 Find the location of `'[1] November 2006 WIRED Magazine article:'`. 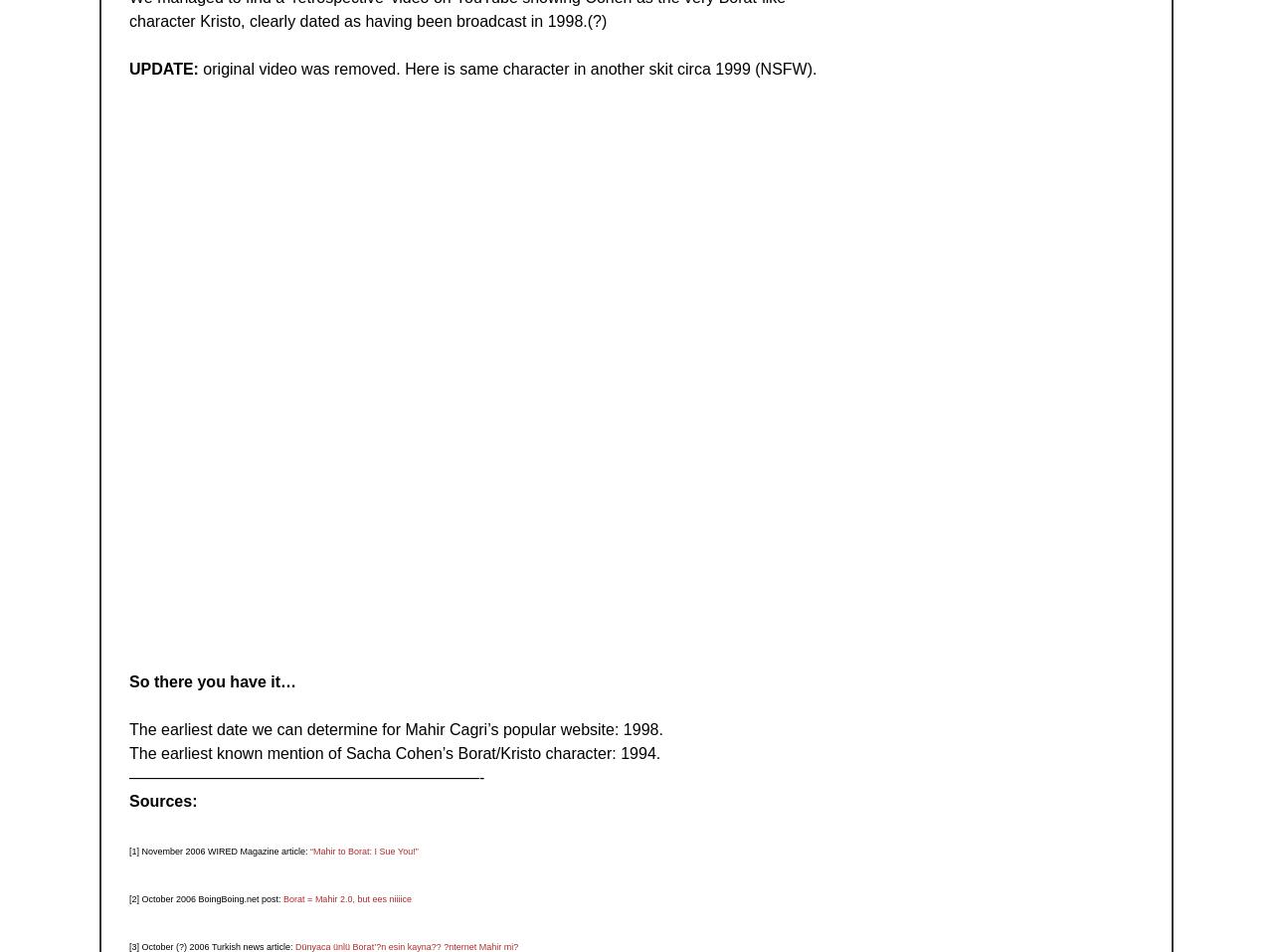

'[1] November 2006 WIRED Magazine article:' is located at coordinates (220, 849).